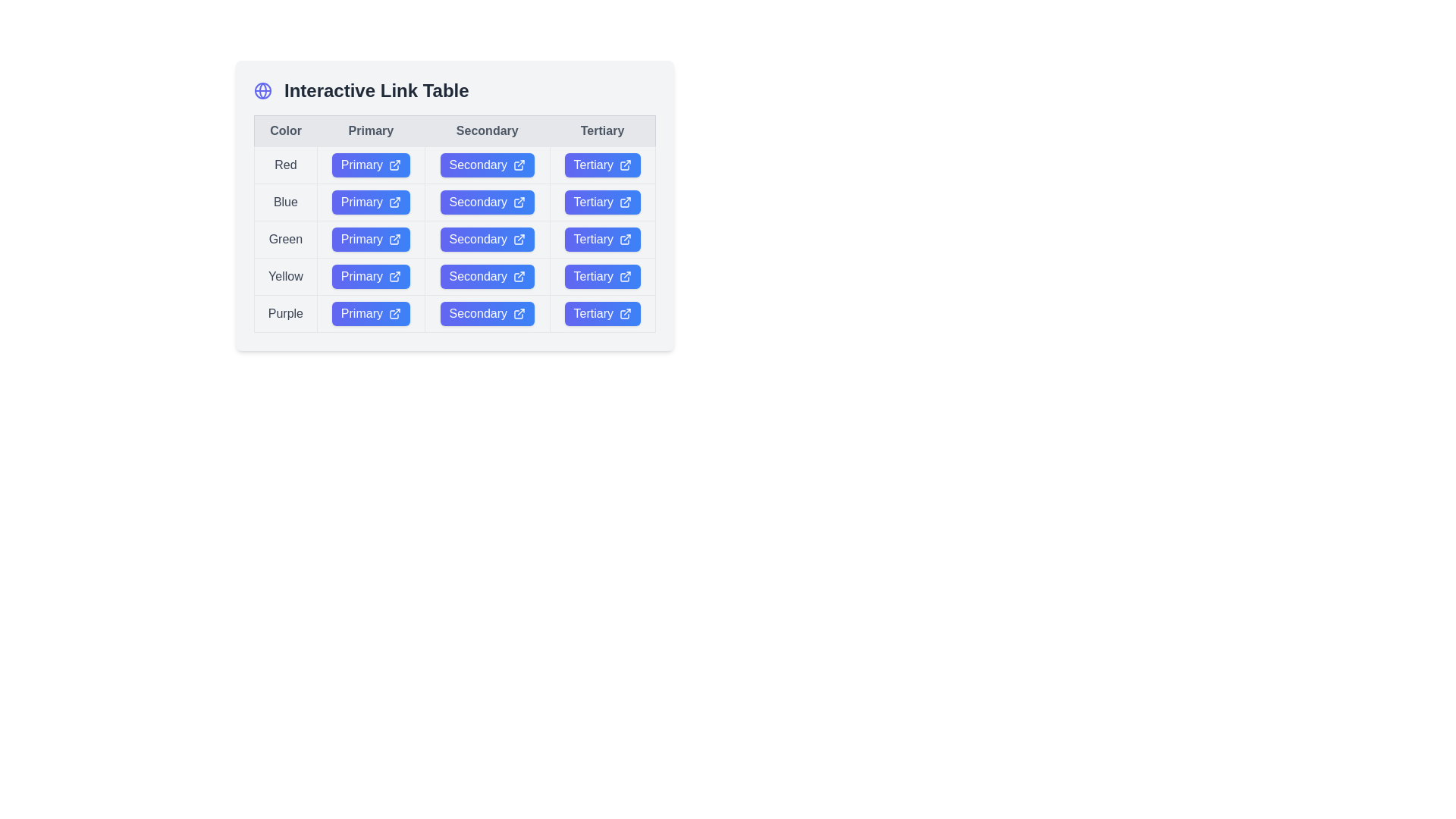  I want to click on the interactive link icon located in the far-right column of the bottom row of the 'Interactive Link Table', adjacent to the cell text 'Tertiary', so click(626, 312).